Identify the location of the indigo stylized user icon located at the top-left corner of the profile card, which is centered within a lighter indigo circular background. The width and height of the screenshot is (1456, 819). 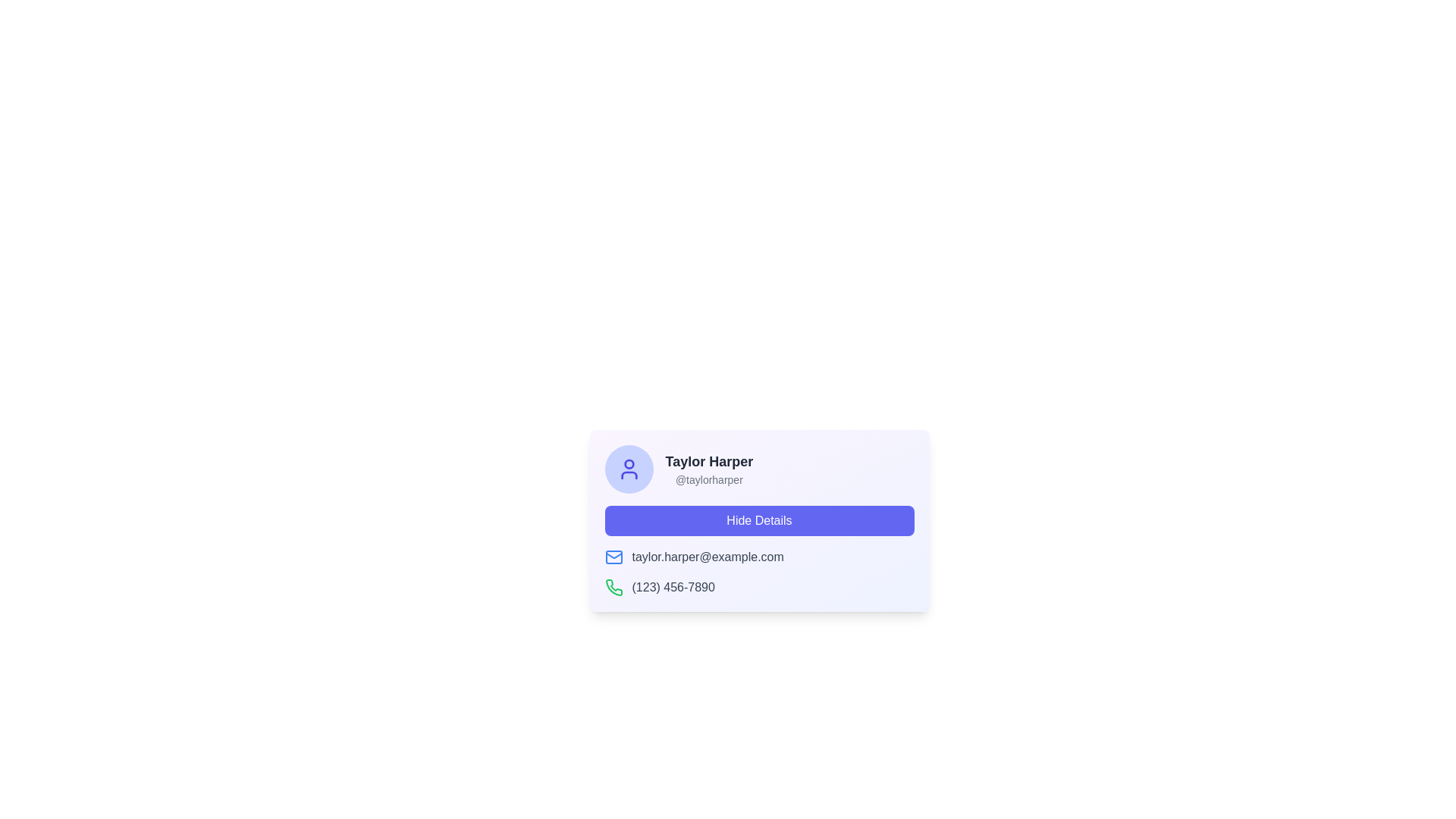
(629, 468).